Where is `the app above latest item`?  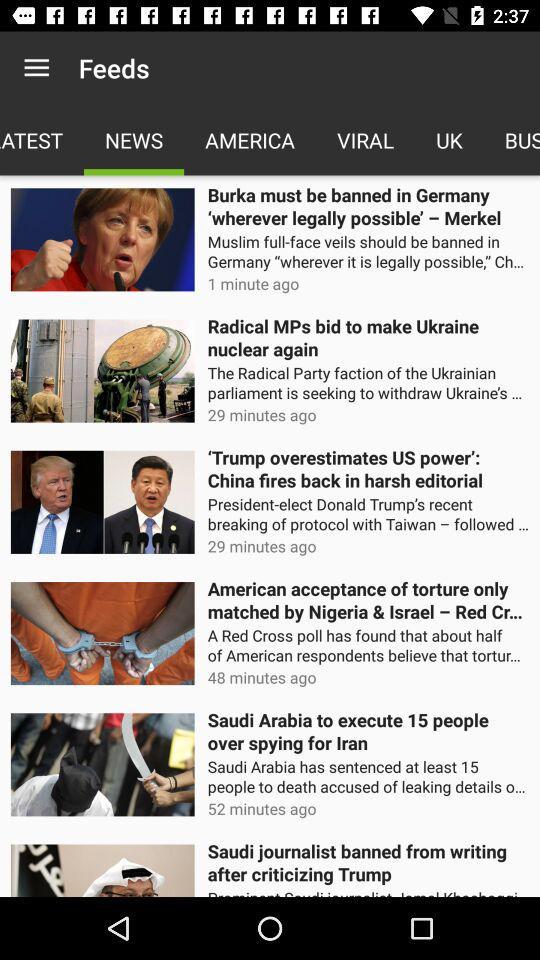 the app above latest item is located at coordinates (36, 68).